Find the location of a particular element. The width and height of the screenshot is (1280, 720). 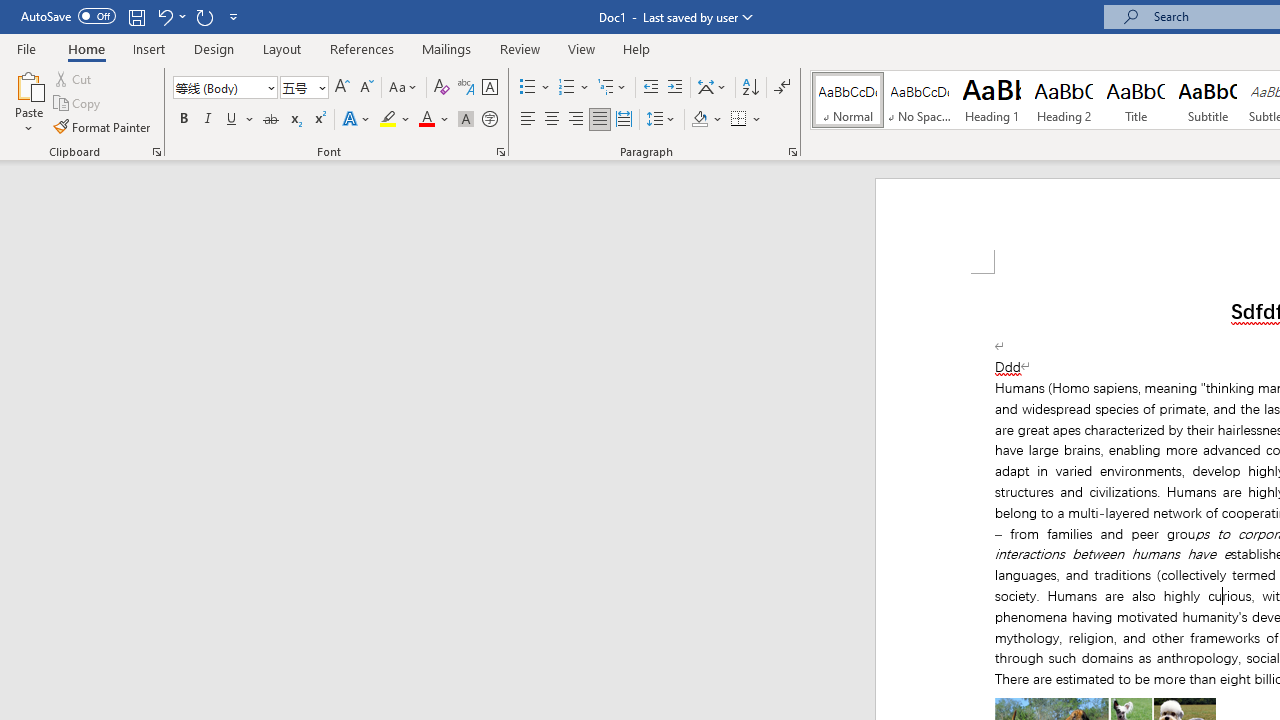

'Italic' is located at coordinates (208, 119).